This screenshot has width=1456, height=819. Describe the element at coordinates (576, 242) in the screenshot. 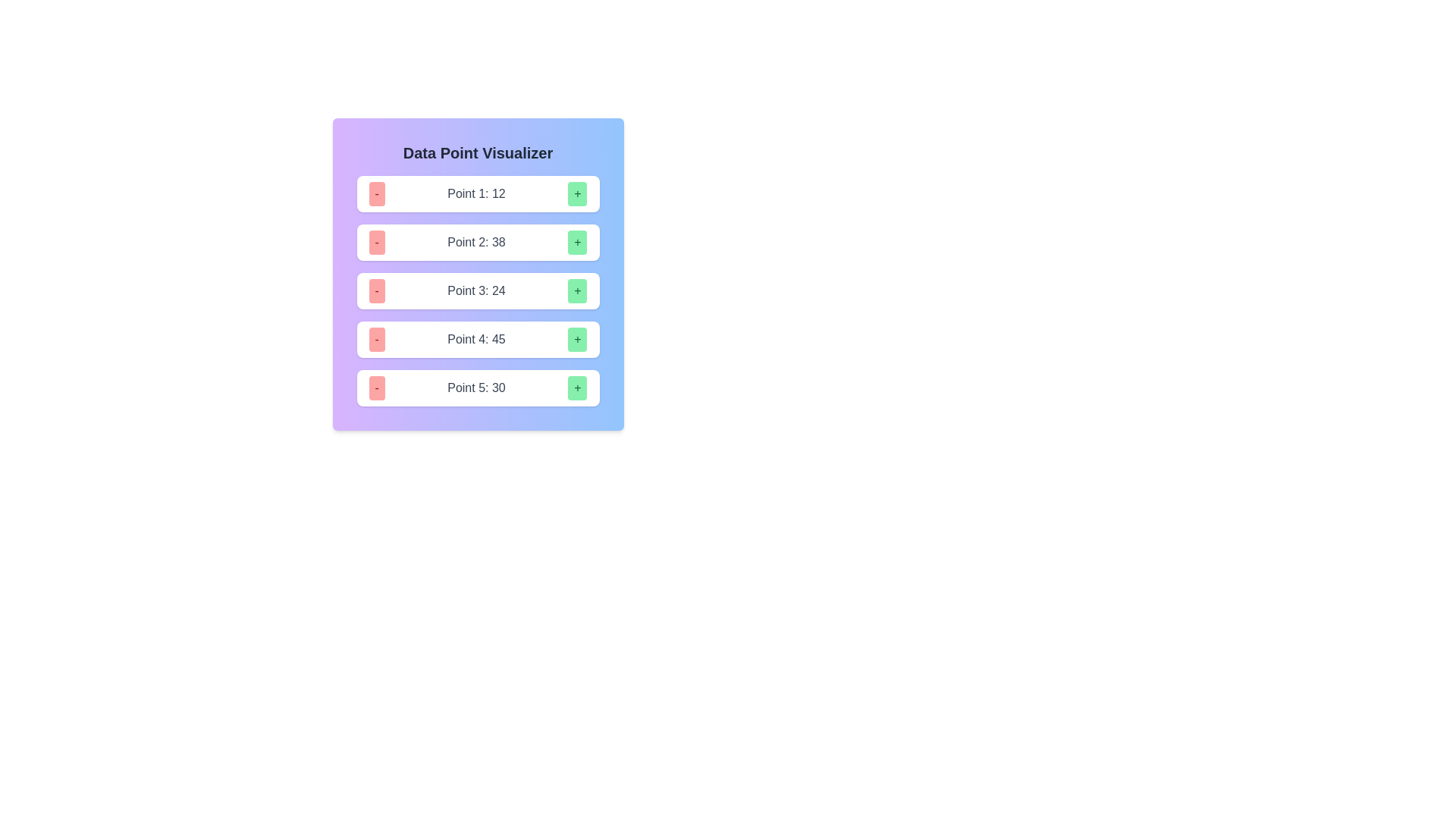

I see `the green button with a plus symbol located on the right side of the second row under the 'Data Point Visualizer' heading` at that location.